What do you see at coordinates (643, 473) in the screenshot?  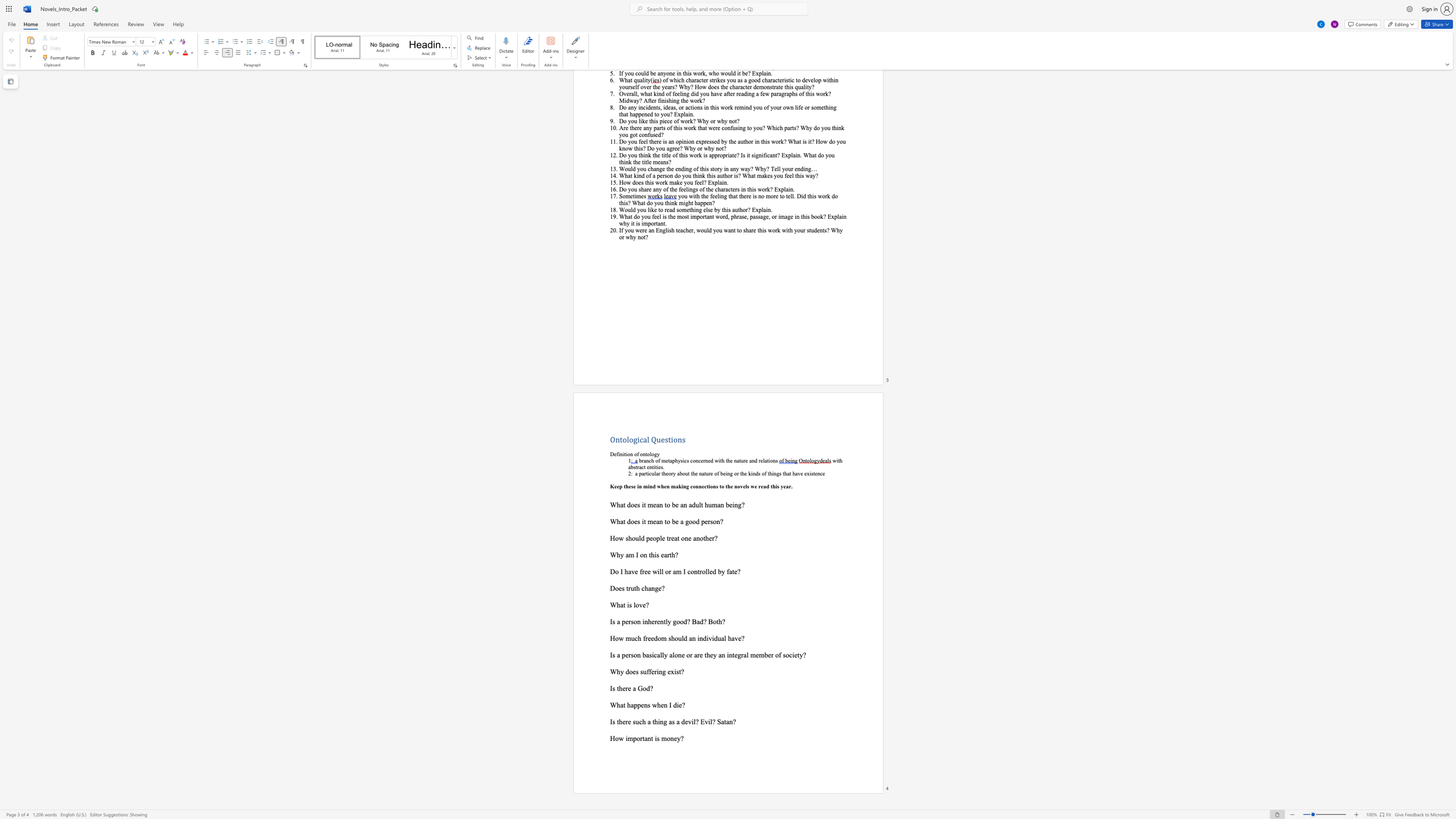 I see `the subset text "rtic" within the text "2:  a particular theory about the nature of being or the kinds of things that have existence"` at bounding box center [643, 473].